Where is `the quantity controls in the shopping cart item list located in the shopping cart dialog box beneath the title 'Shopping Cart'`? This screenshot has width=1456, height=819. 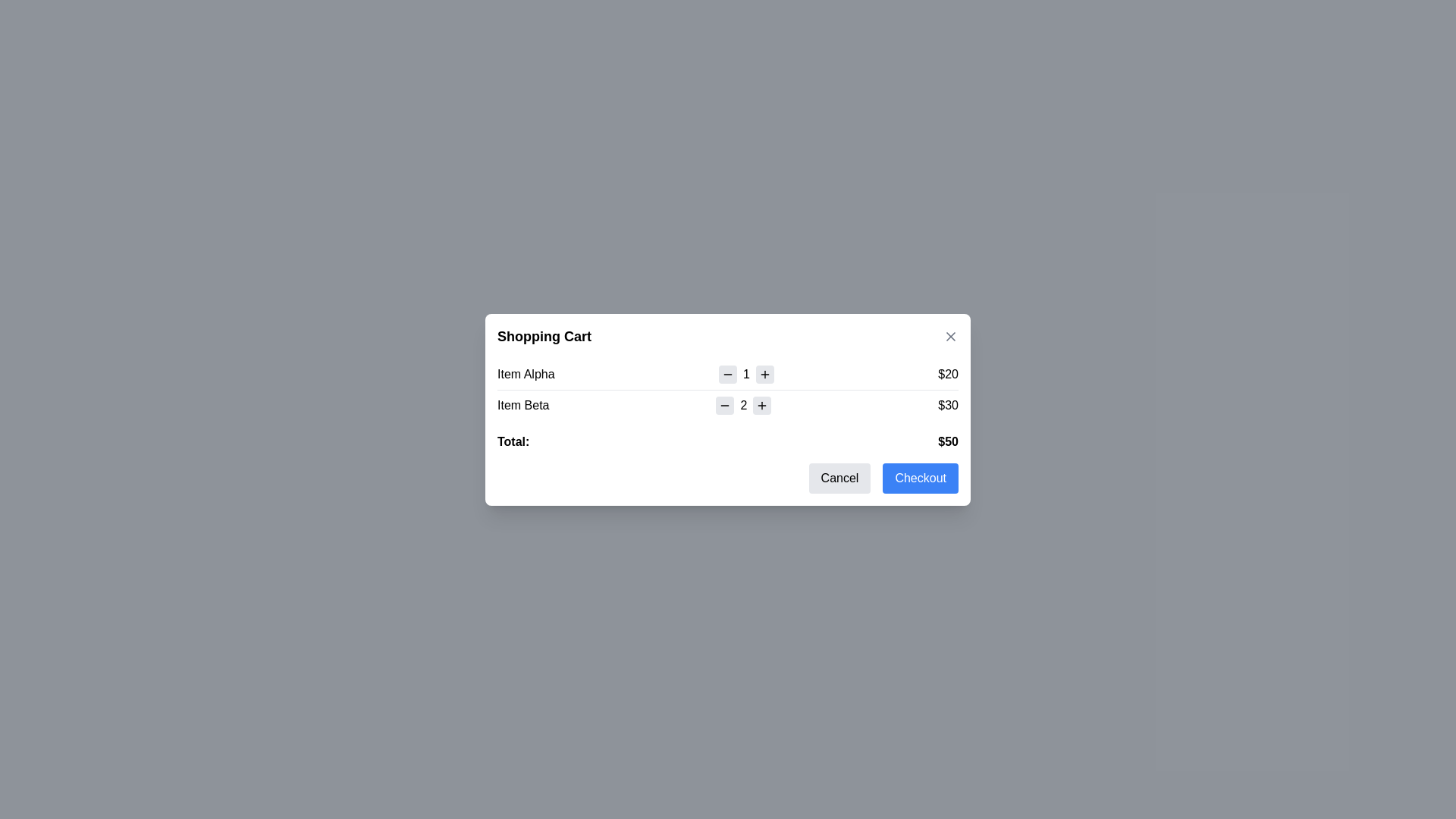 the quantity controls in the shopping cart item list located in the shopping cart dialog box beneath the title 'Shopping Cart' is located at coordinates (728, 388).